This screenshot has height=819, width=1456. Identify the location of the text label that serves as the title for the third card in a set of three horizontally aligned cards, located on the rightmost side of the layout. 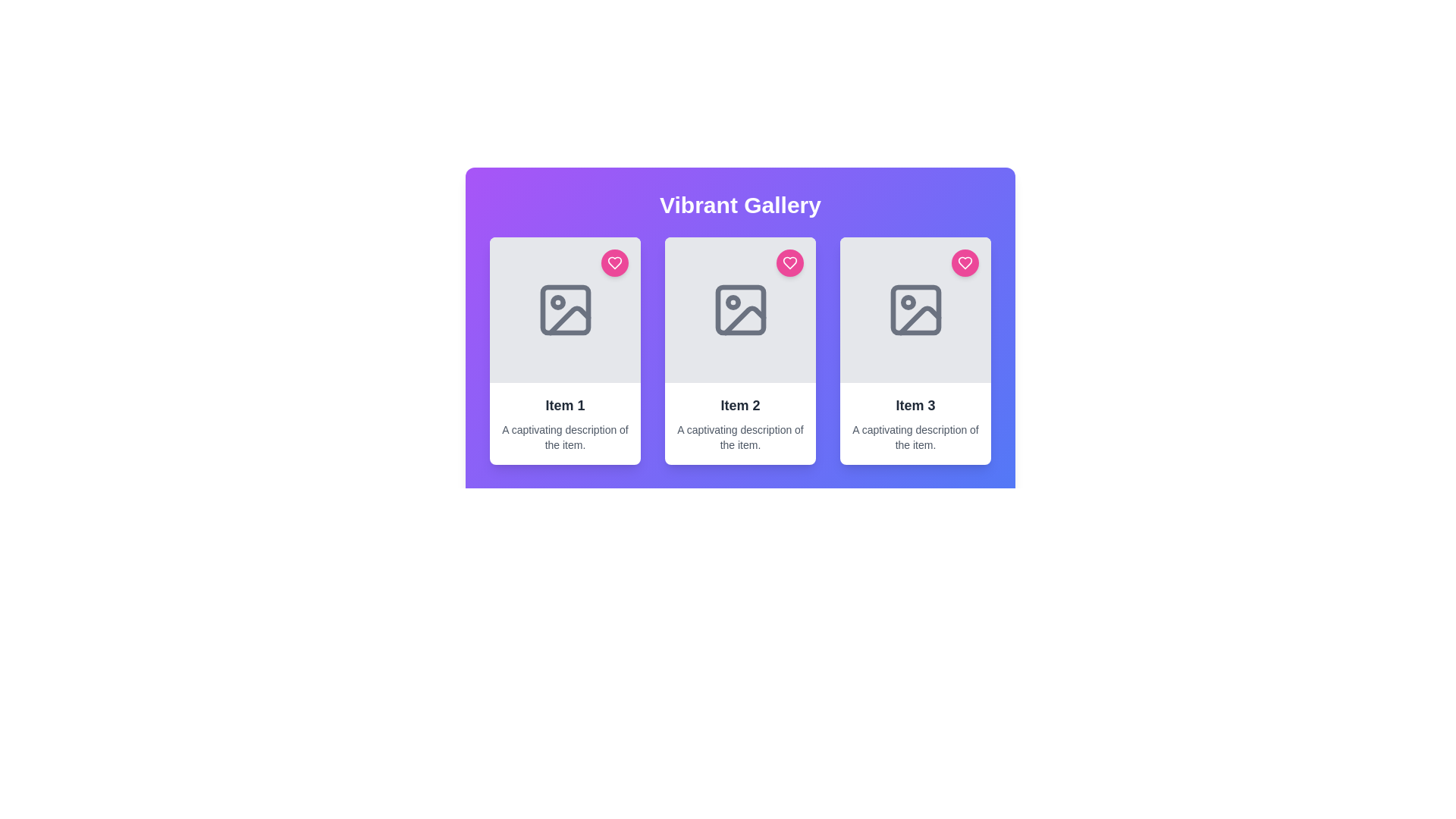
(915, 405).